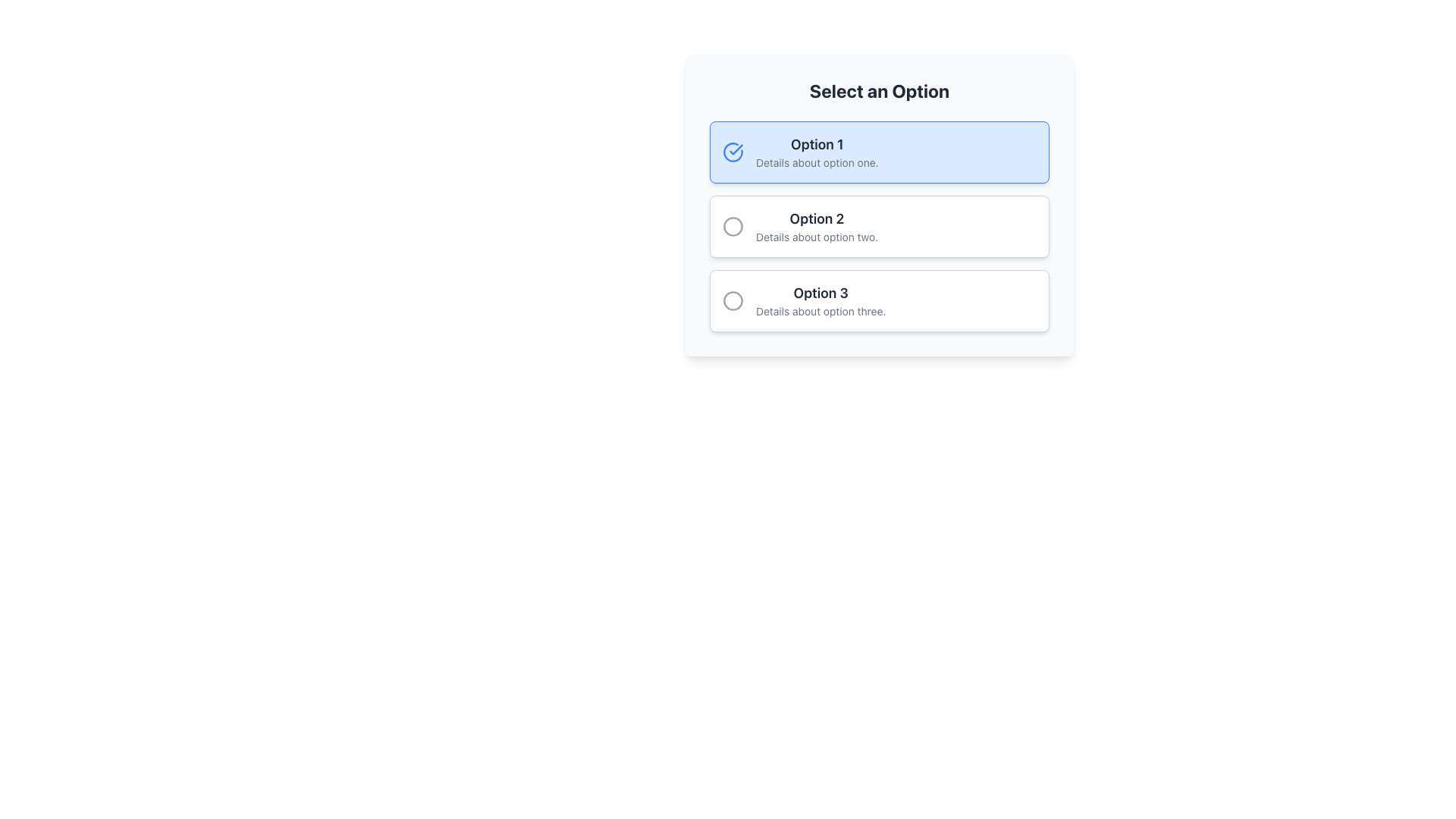 The height and width of the screenshot is (819, 1456). I want to click on the third selectable list item displaying 'Option 3' with details about it, so click(820, 301).